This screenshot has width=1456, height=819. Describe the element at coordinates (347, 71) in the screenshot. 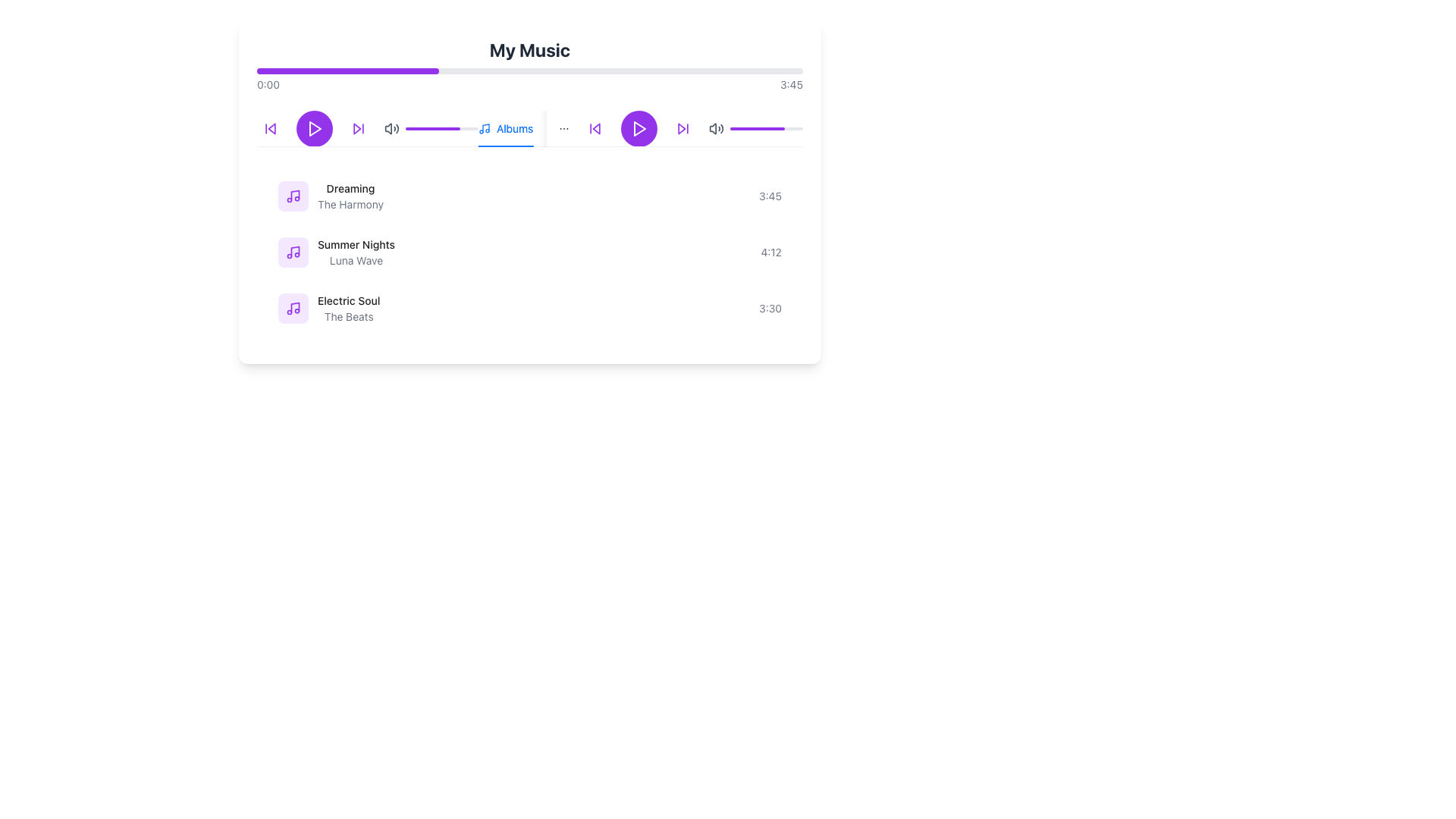

I see `the playback progress by interacting with the progress indicator, which visually represents the audio playback status within the audio player interface` at that location.